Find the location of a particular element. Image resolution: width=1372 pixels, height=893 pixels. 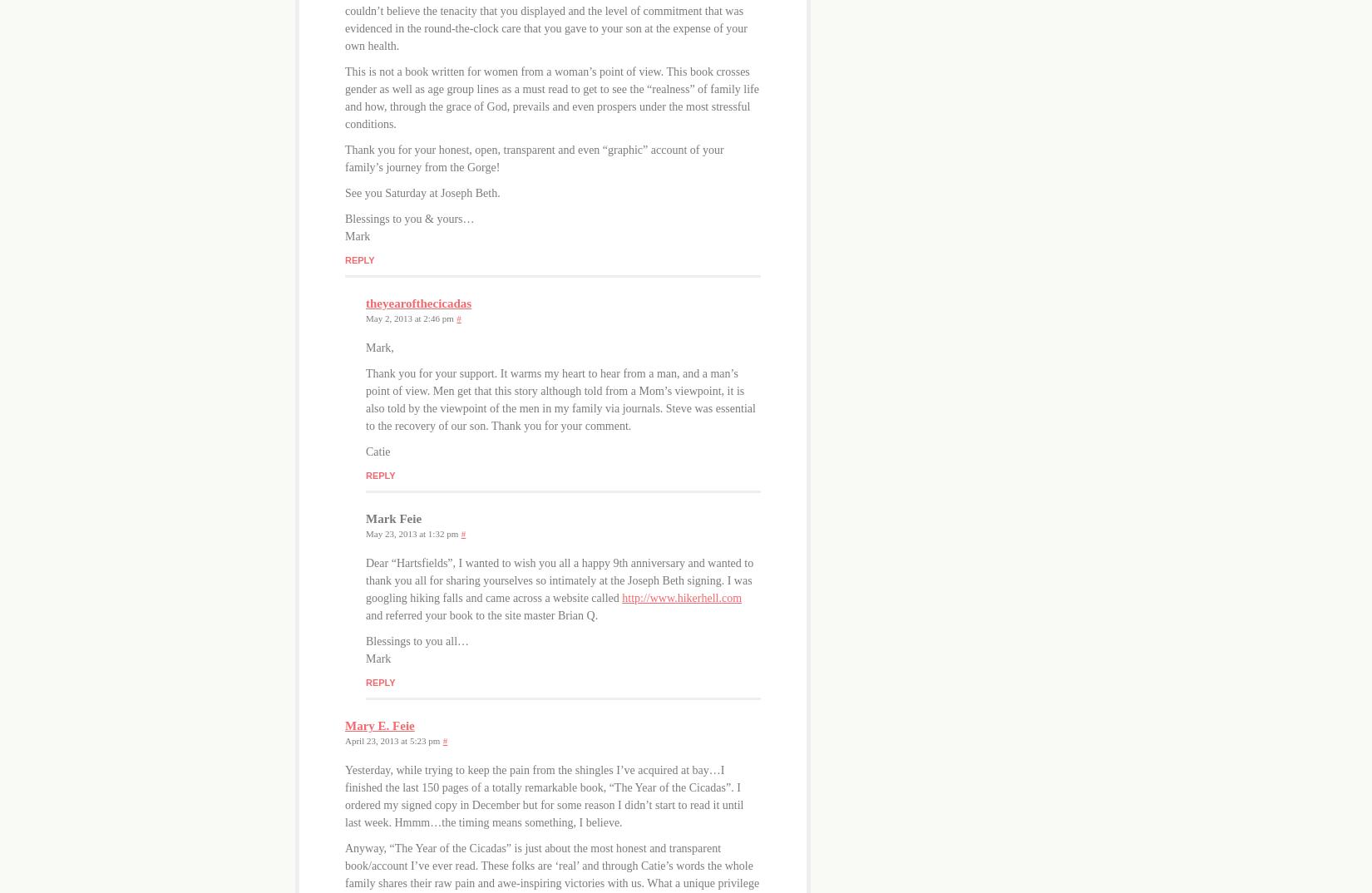

'and referred your book to the site master Brian Q.' is located at coordinates (481, 614).